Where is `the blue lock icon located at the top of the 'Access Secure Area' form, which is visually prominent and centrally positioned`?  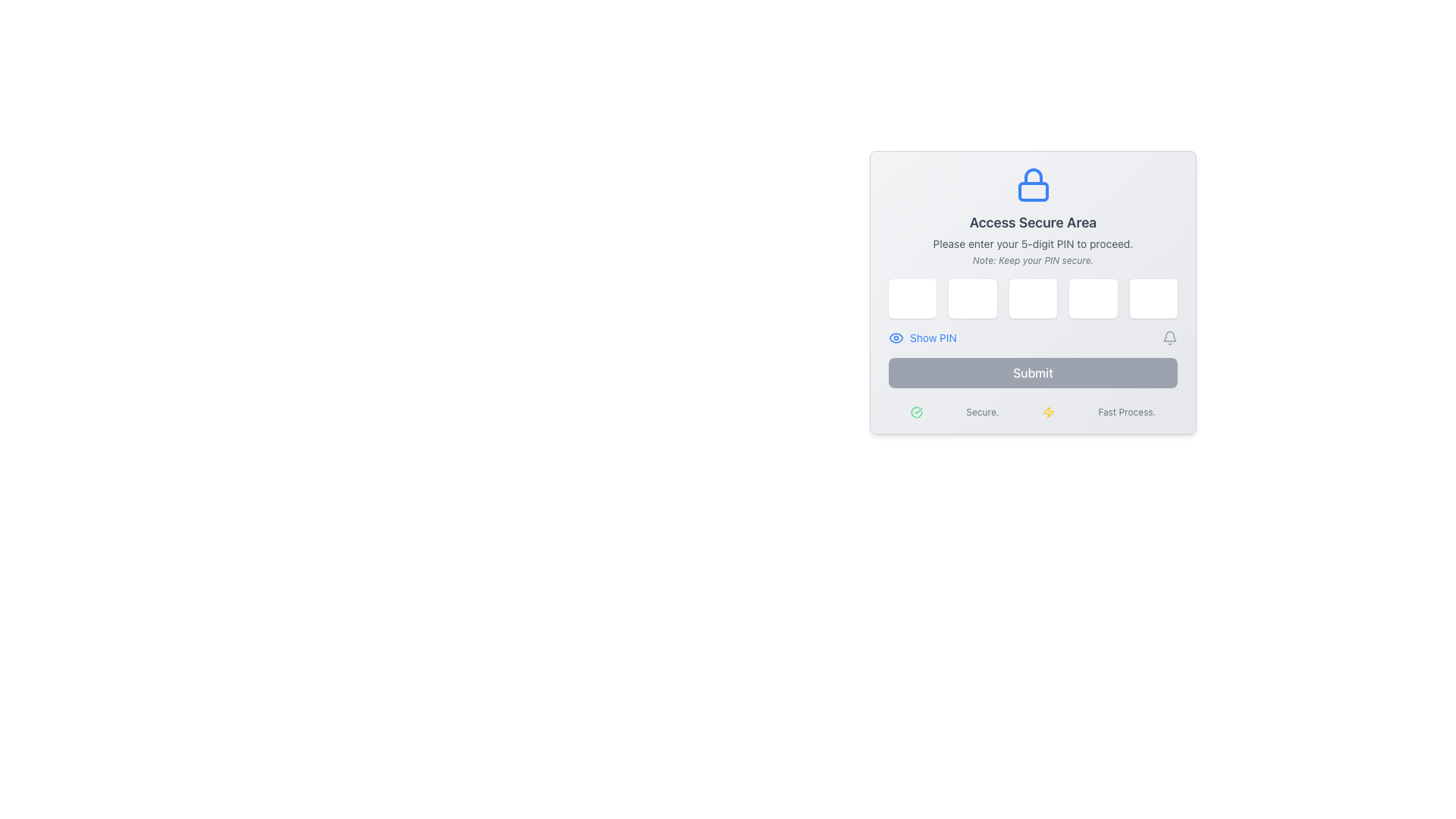 the blue lock icon located at the top of the 'Access Secure Area' form, which is visually prominent and centrally positioned is located at coordinates (1032, 184).